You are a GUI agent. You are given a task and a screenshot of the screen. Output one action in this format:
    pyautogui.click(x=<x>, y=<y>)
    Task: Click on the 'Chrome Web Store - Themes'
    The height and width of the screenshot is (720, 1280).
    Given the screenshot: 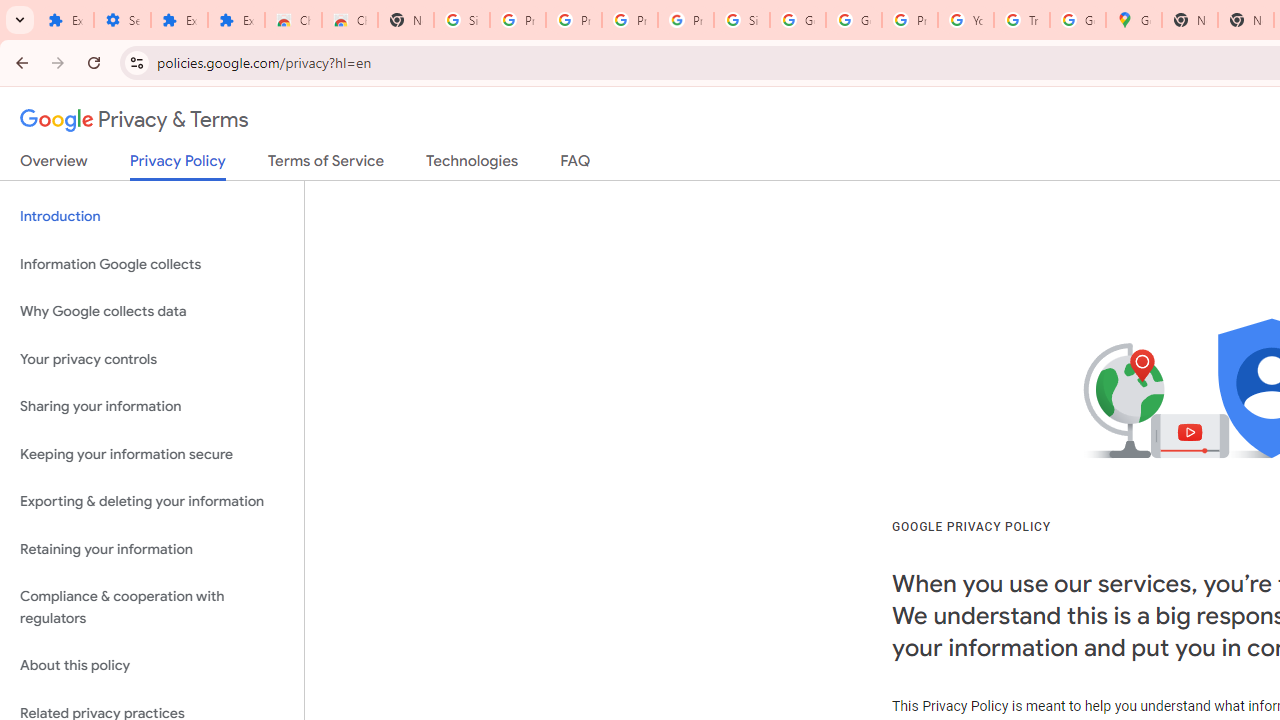 What is the action you would take?
    pyautogui.click(x=350, y=20)
    